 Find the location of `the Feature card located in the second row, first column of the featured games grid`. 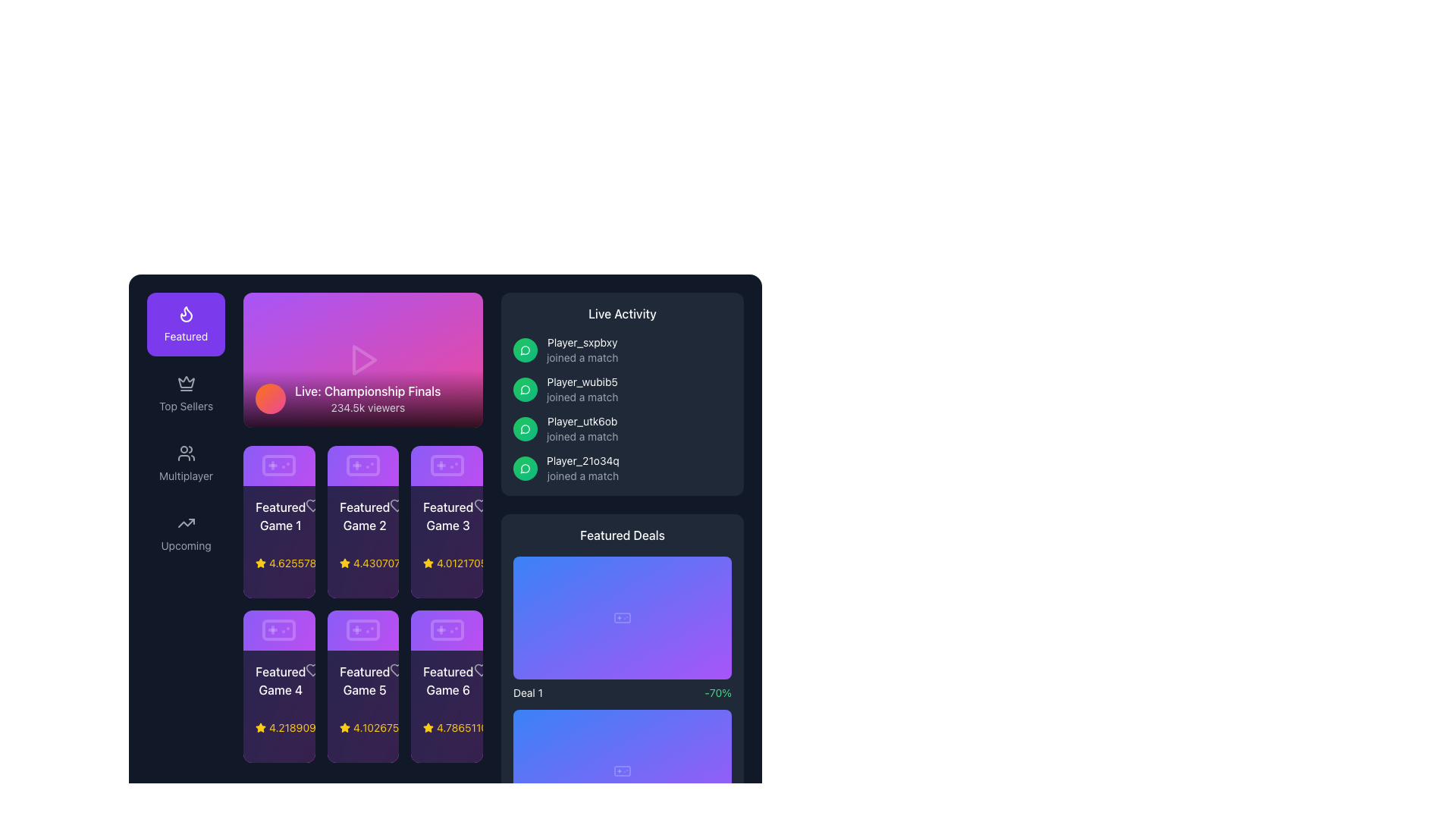

the Feature card located in the second row, first column of the featured games grid is located at coordinates (279, 686).